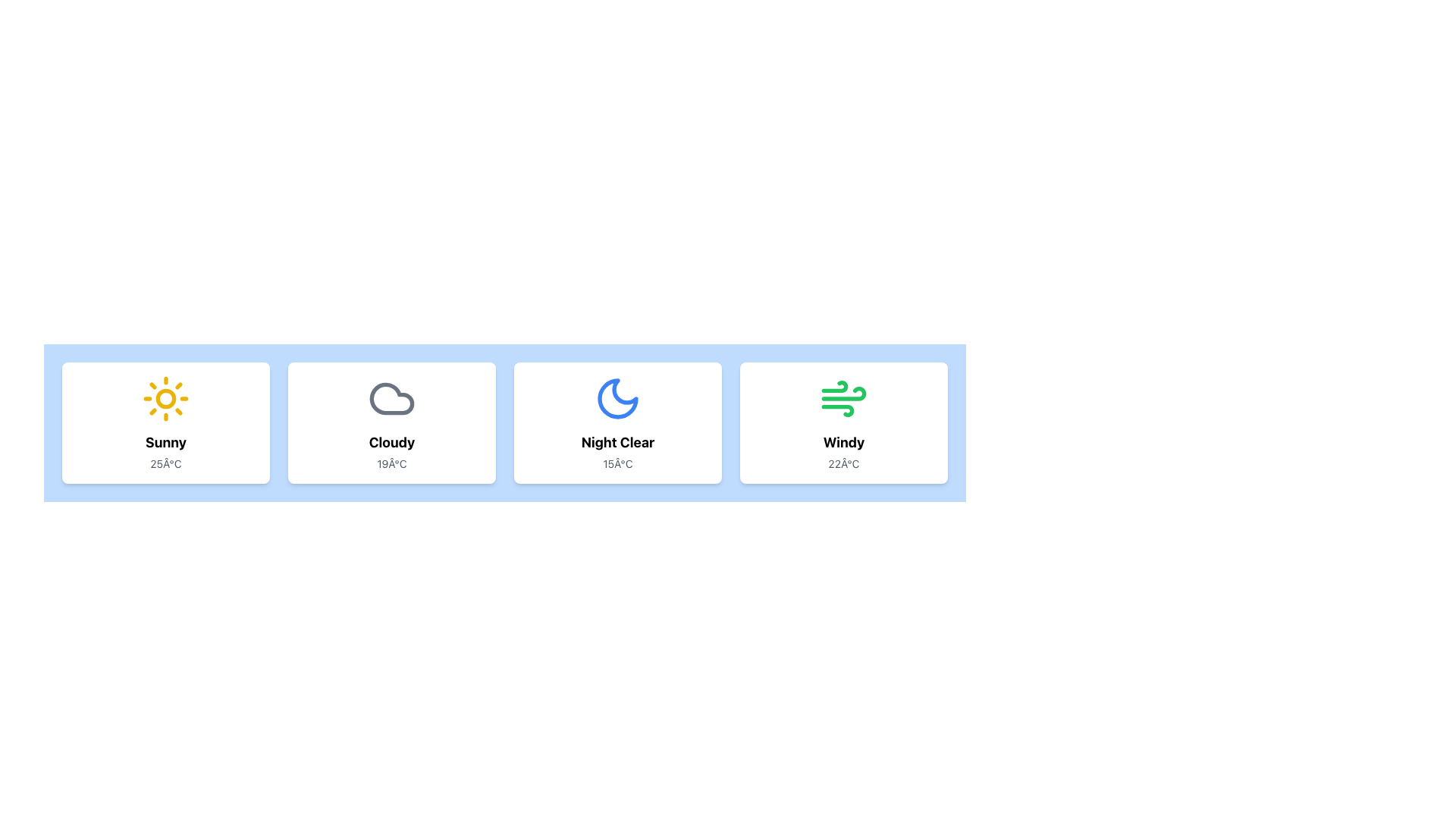 The width and height of the screenshot is (1456, 819). I want to click on the temperature display text label located at the bottom of the 'Night Clear' card, which shows the current temperature value, so click(618, 463).